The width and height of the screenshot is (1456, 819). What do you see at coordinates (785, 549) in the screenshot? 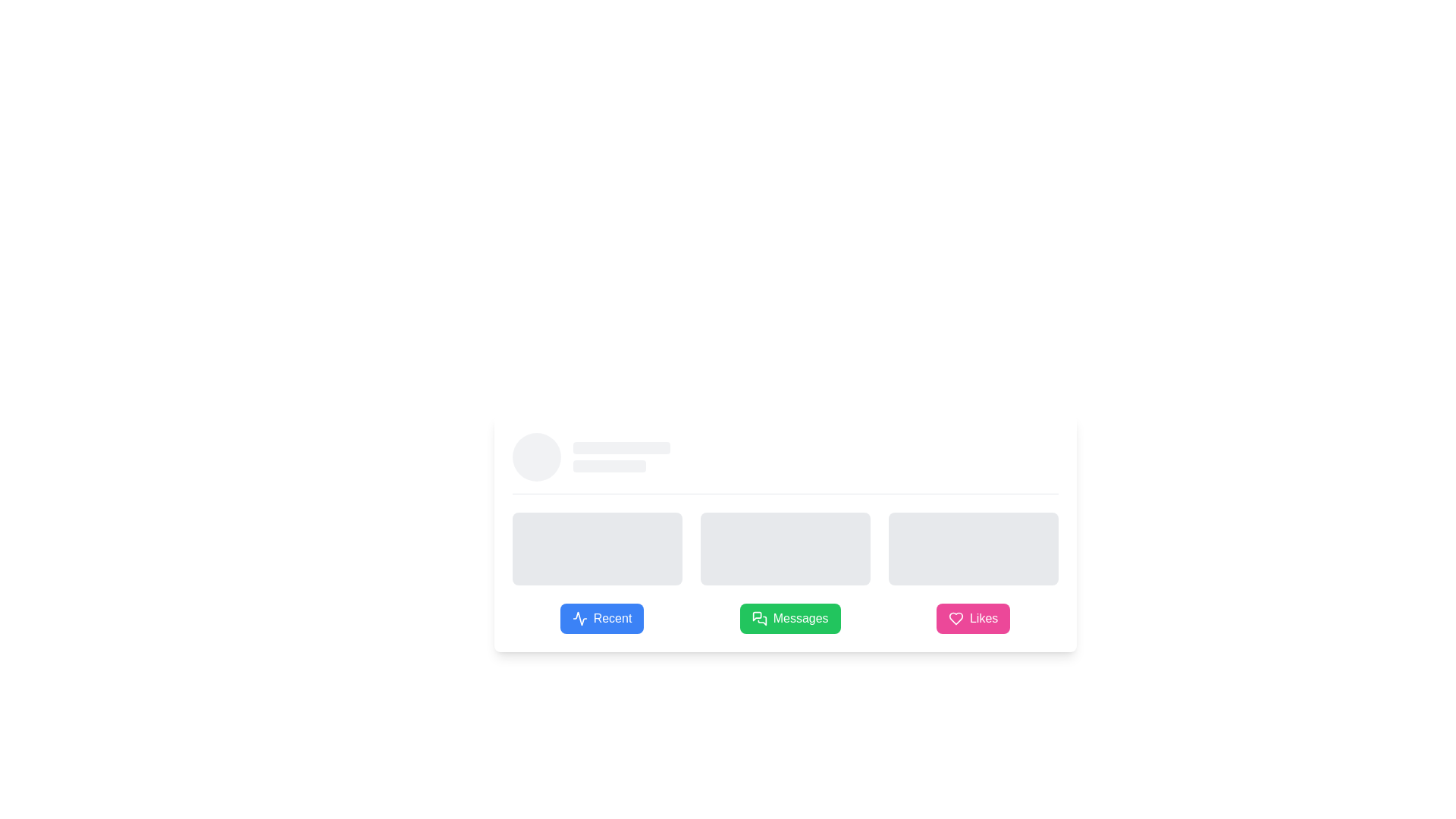
I see `the visual placeholder or loading skeleton located in the central area of the application interface, which is the middle element among three placeholders in a grid layout` at bounding box center [785, 549].